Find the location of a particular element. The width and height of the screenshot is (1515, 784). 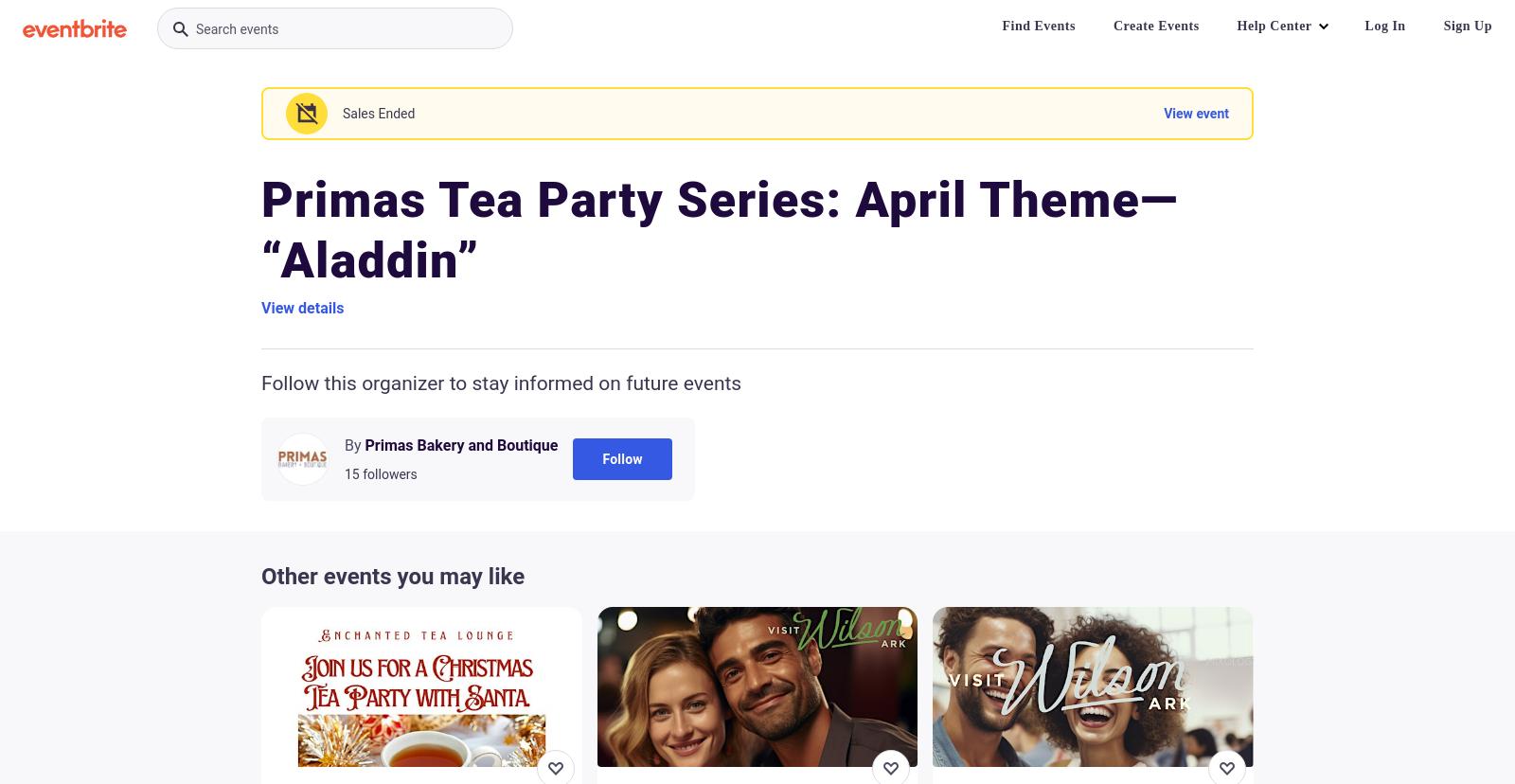

'Sales Ended' is located at coordinates (379, 112).